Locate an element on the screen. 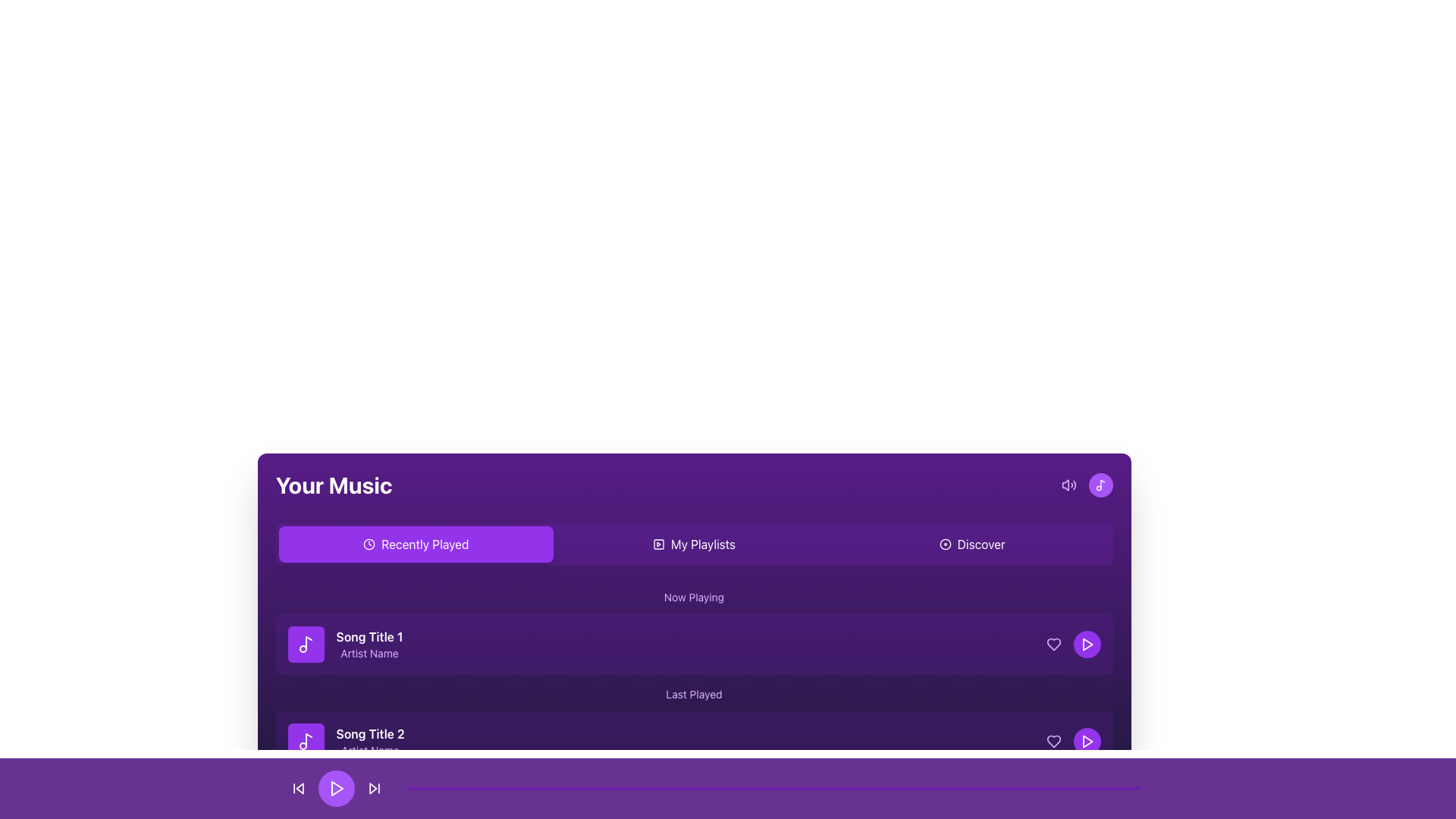 The width and height of the screenshot is (1456, 819). the 'Recently Played' button, which is a vibrant purple rectangular button with rounded corners, displaying a clock icon and the label 'Recently Played' is located at coordinates (416, 543).